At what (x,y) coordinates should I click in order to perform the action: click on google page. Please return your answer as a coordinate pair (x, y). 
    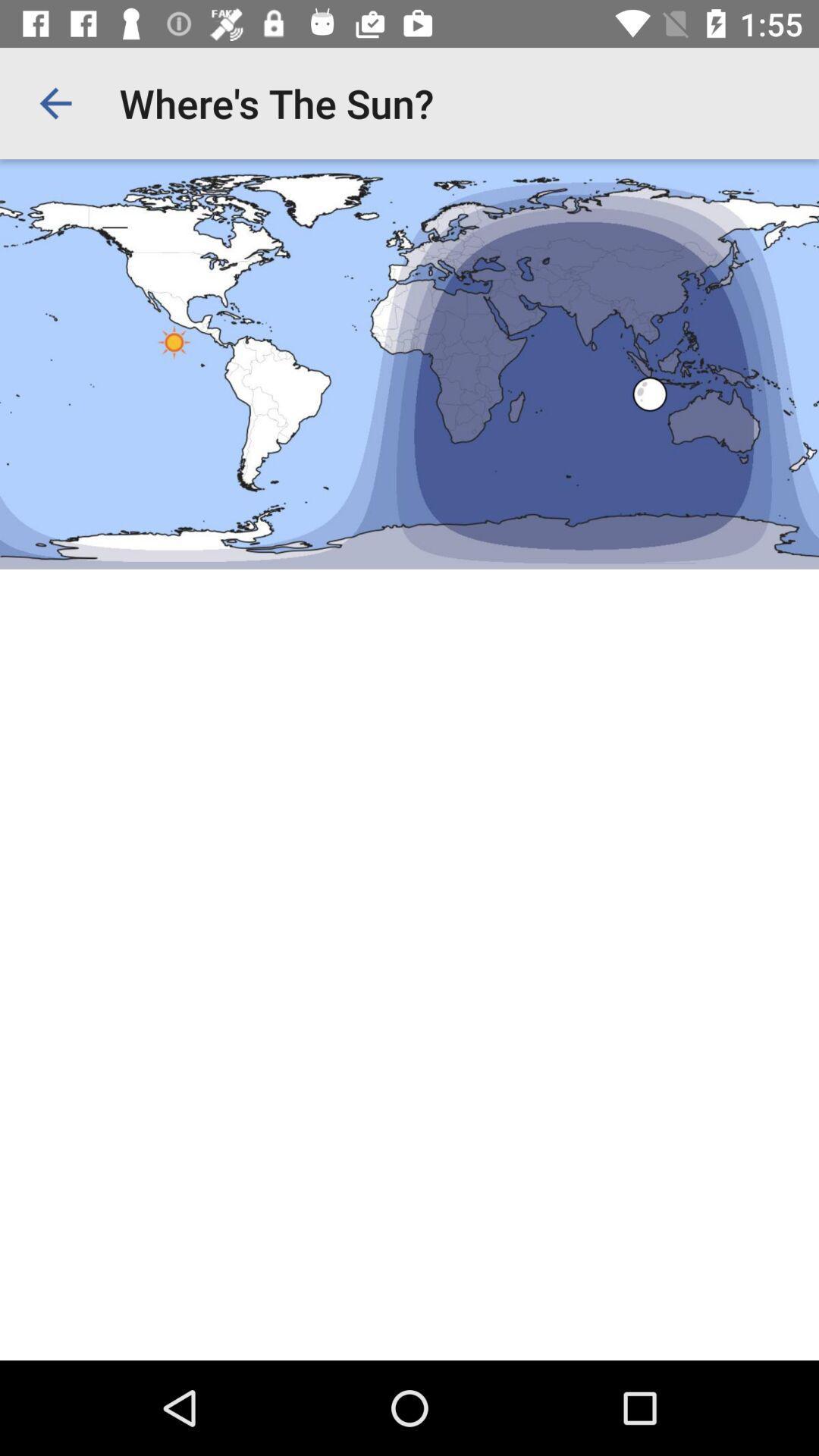
    Looking at the image, I should click on (409, 709).